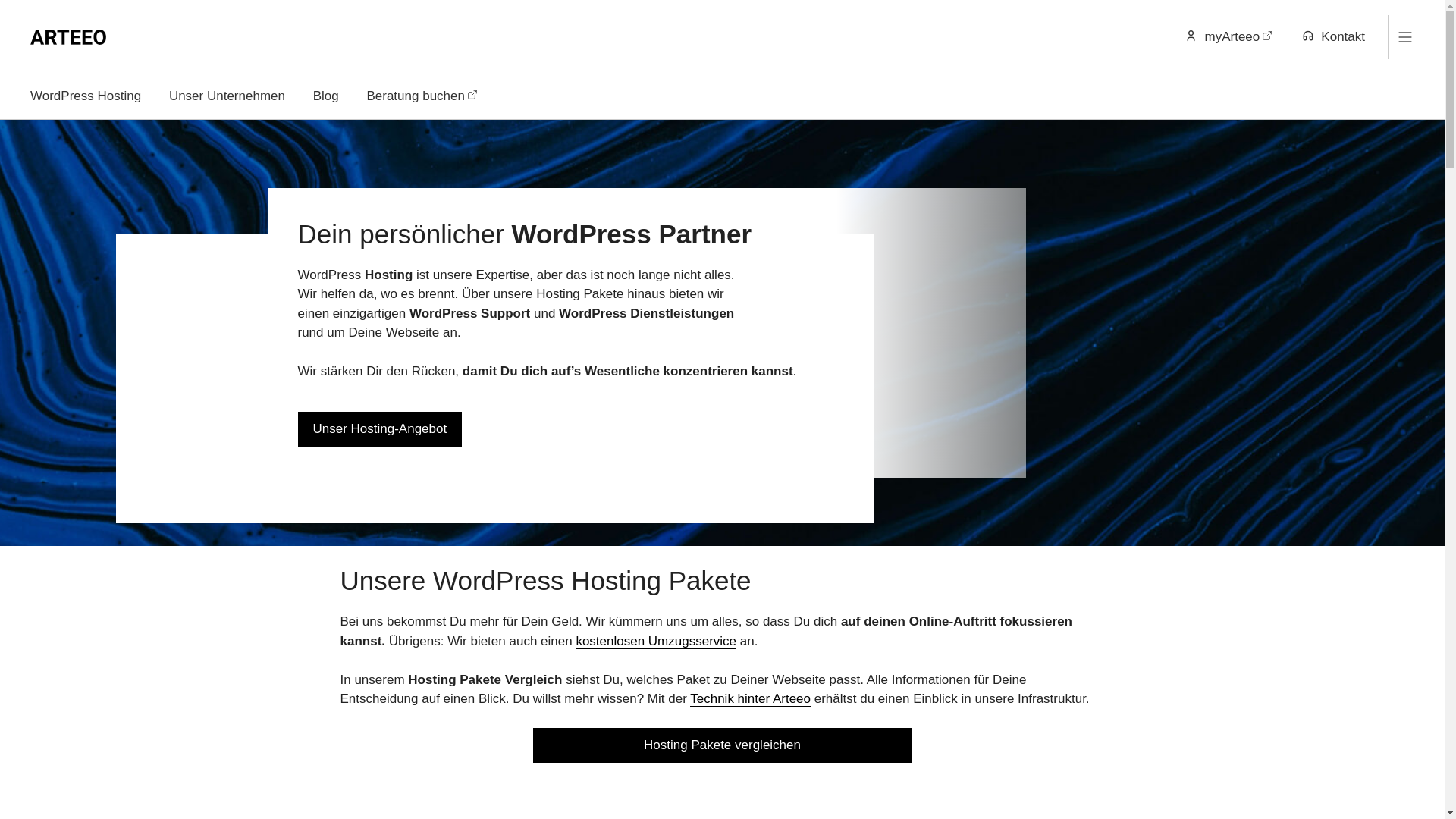  What do you see at coordinates (90, 96) in the screenshot?
I see `'WordPress Hosting'` at bounding box center [90, 96].